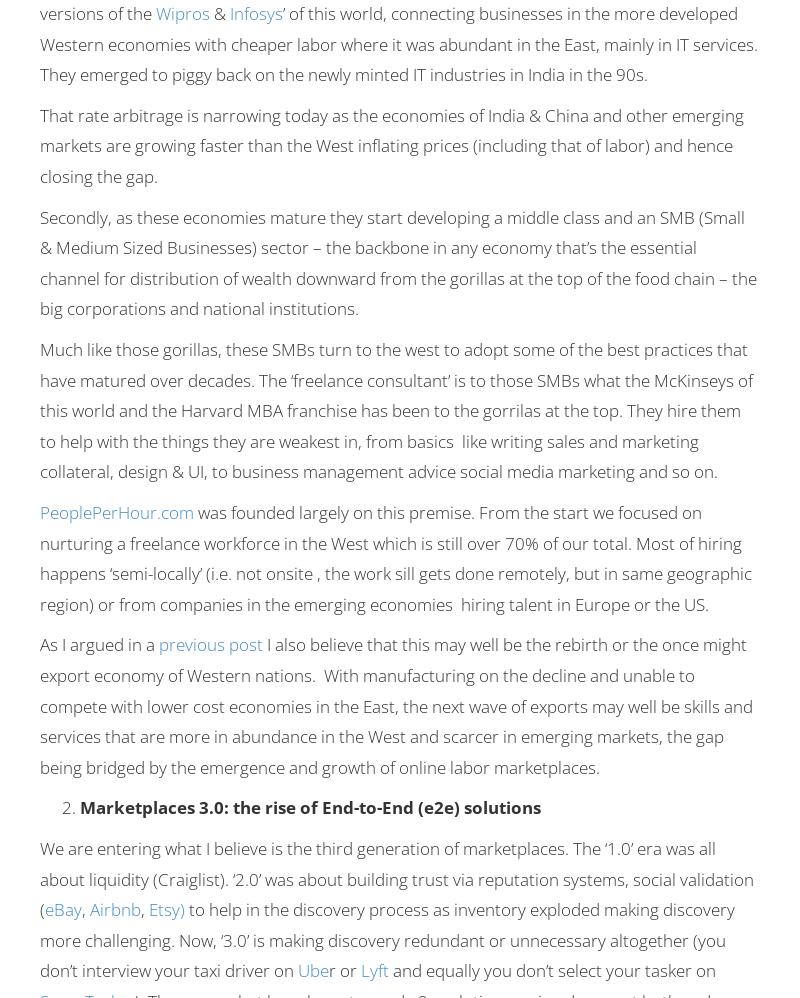 The width and height of the screenshot is (800, 998). What do you see at coordinates (395, 410) in the screenshot?
I see `'Much like those gorillas, these SMBs turn to the west to adopt some of the best practices that have matured over decades. The ‘freelance consultant’ is to those SMBs what the McKinseys of this world and the Harvard MBA franchise has been to the gorrilas at the top. They hire them to help with the things they are weakest in, from basics  like writing sales and marketing collateral, design & UI, to business management advice social media marketing and so on.'` at bounding box center [395, 410].